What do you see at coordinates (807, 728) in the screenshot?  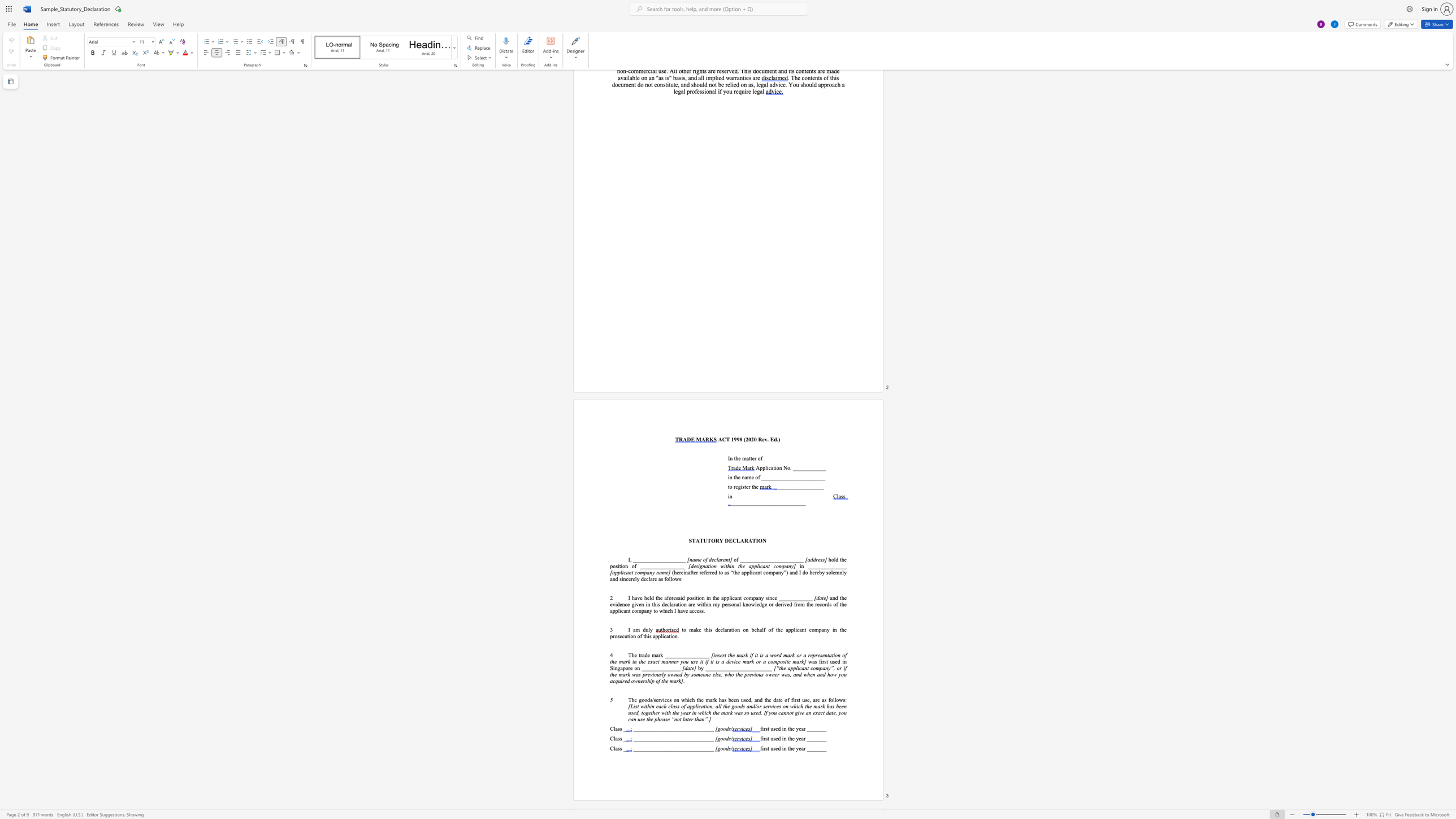 I see `the subset text "_______" within the text "first used in the year _______"` at bounding box center [807, 728].